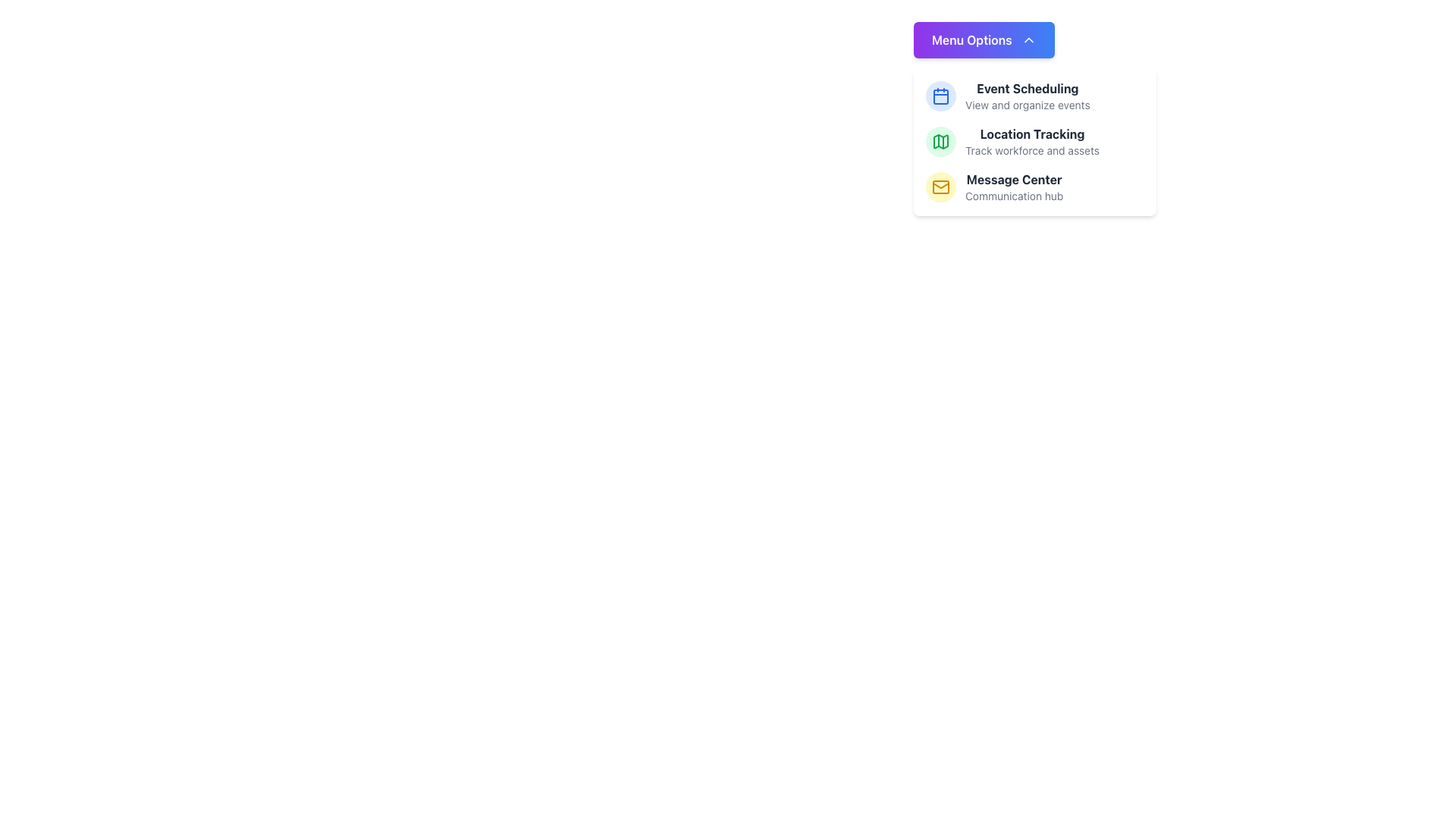 The height and width of the screenshot is (819, 1456). Describe the element at coordinates (1034, 141) in the screenshot. I see `the 'Location Tracking' menu option, which features a green map icon and bold text` at that location.